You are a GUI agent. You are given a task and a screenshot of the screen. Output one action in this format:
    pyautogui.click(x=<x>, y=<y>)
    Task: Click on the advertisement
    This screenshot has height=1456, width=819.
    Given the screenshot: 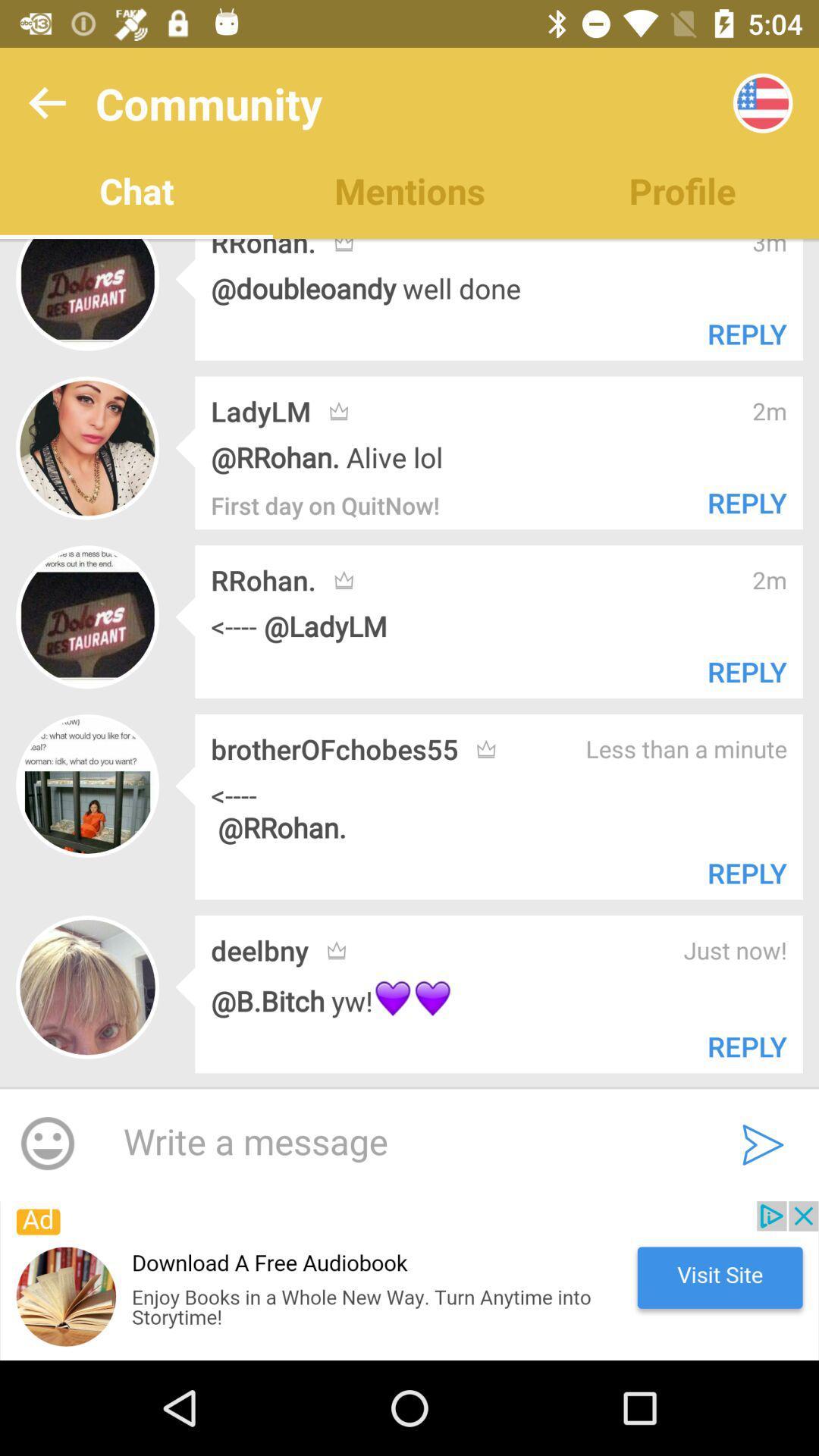 What is the action you would take?
    pyautogui.click(x=409, y=1280)
    